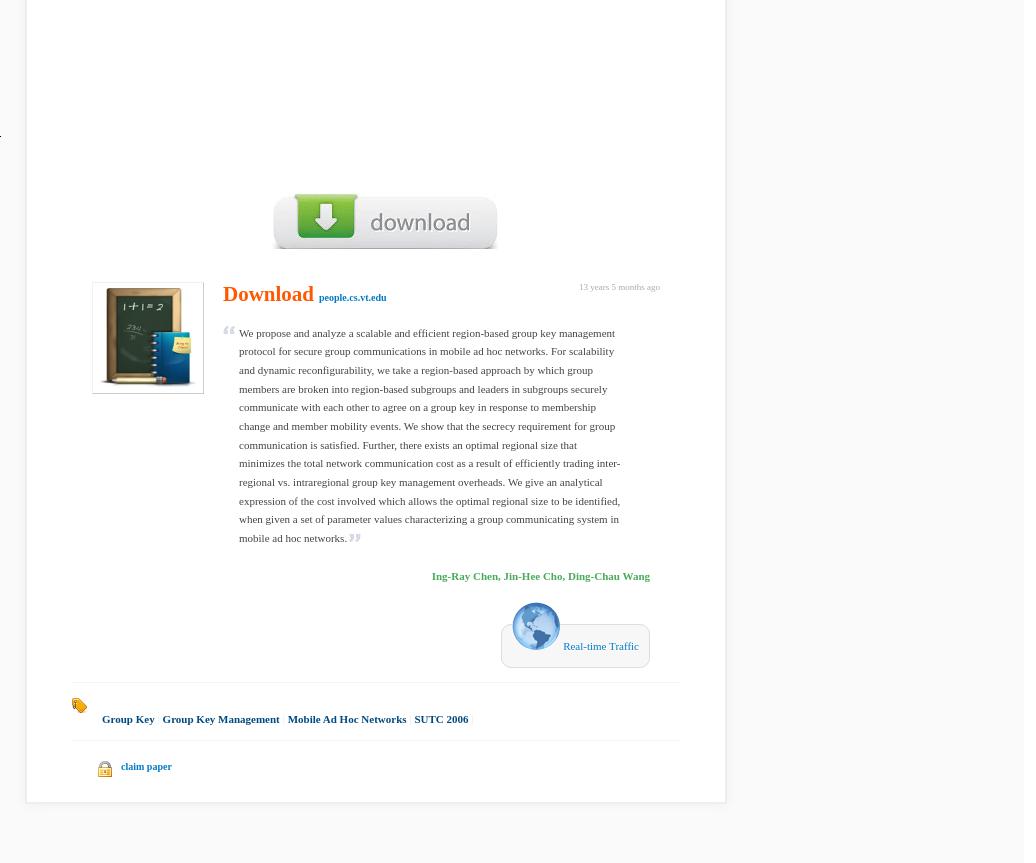 The height and width of the screenshot is (863, 1036). What do you see at coordinates (102, 718) in the screenshot?
I see `'Group Key'` at bounding box center [102, 718].